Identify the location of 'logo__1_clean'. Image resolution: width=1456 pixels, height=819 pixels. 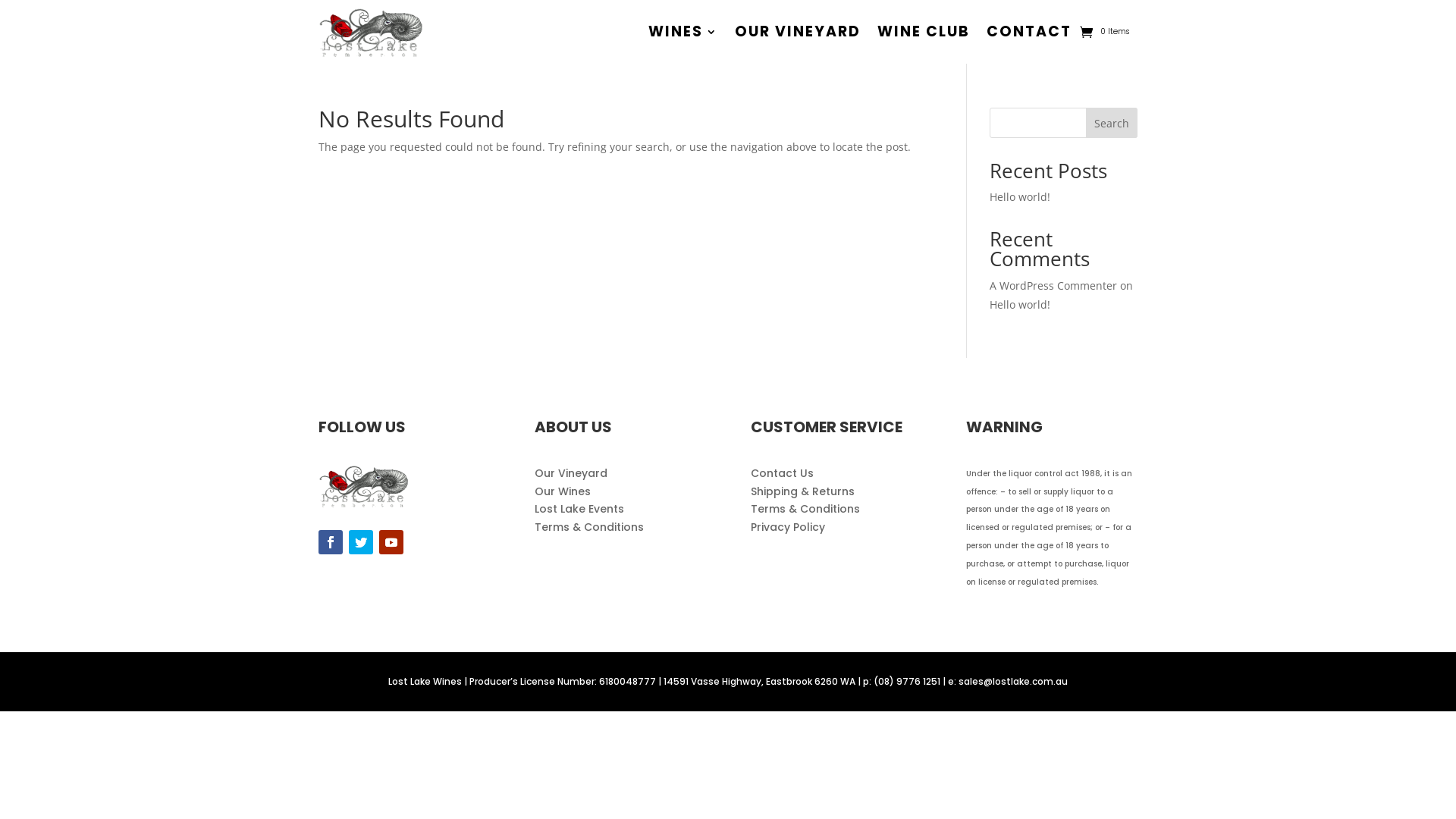
(362, 485).